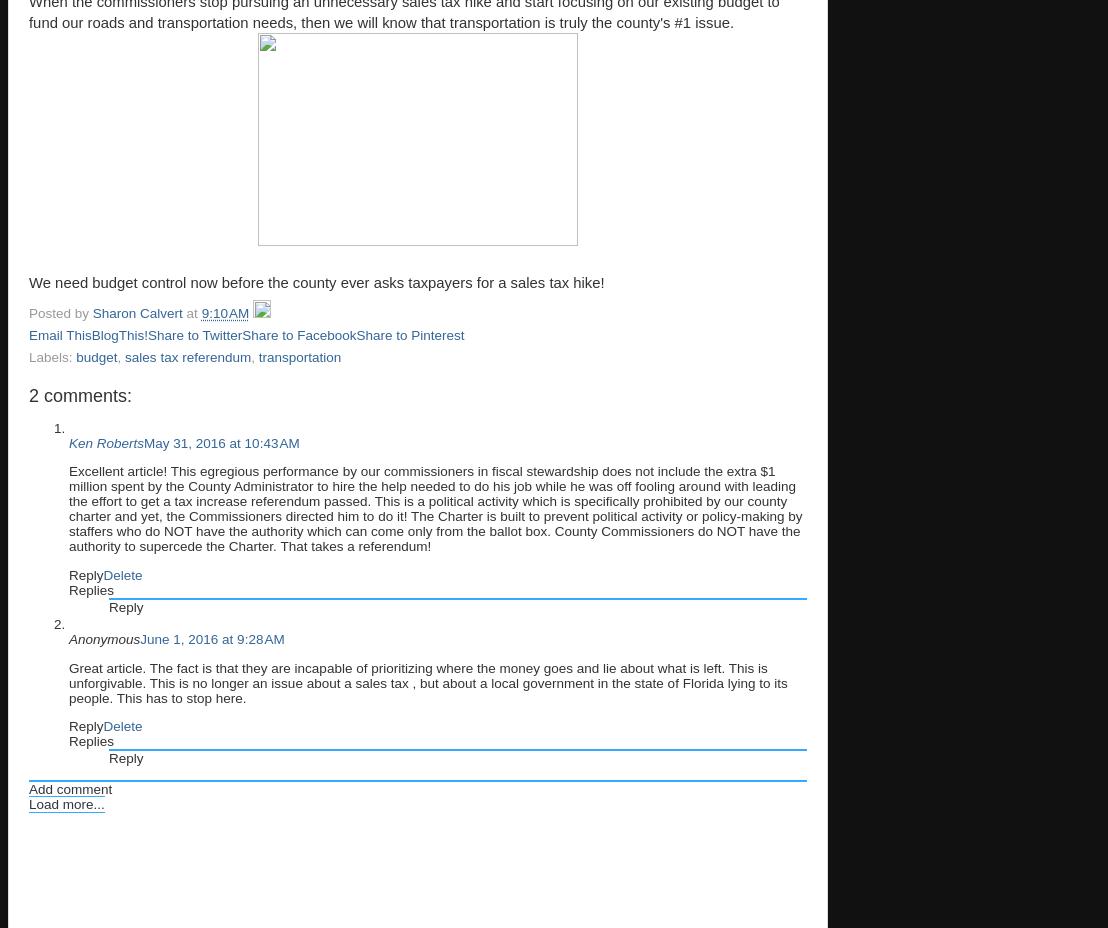 The height and width of the screenshot is (928, 1108). What do you see at coordinates (427, 682) in the screenshot?
I see `'Great article. The fact is that they are incapable of prioritizing where the money goes and lie about what is left. This is unforgivable. This is no longer an issue about a sales tax , but about a local government in the state of Florida lying to its people. This has to stop here.'` at bounding box center [427, 682].